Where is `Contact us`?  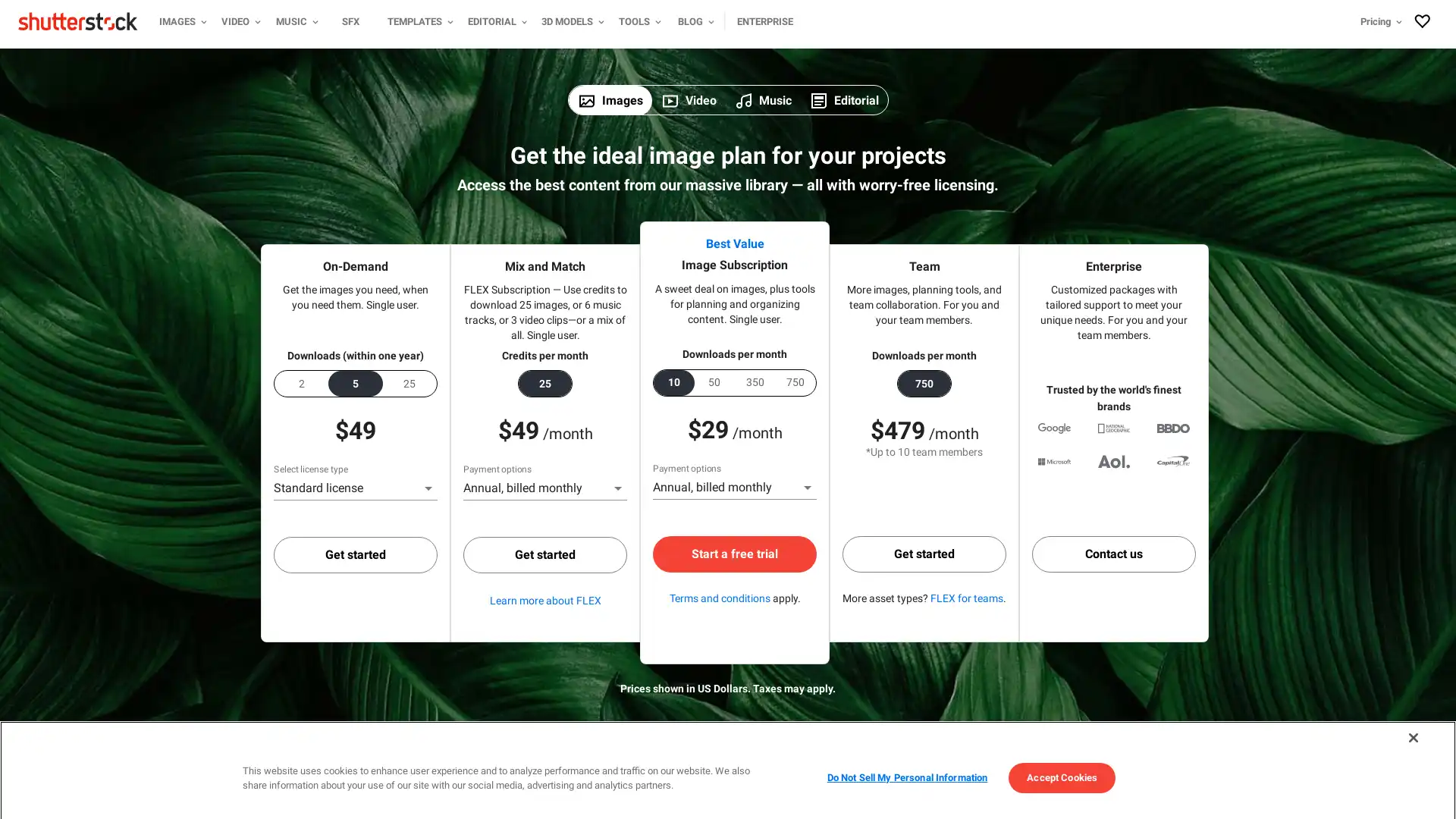
Contact us is located at coordinates (1113, 554).